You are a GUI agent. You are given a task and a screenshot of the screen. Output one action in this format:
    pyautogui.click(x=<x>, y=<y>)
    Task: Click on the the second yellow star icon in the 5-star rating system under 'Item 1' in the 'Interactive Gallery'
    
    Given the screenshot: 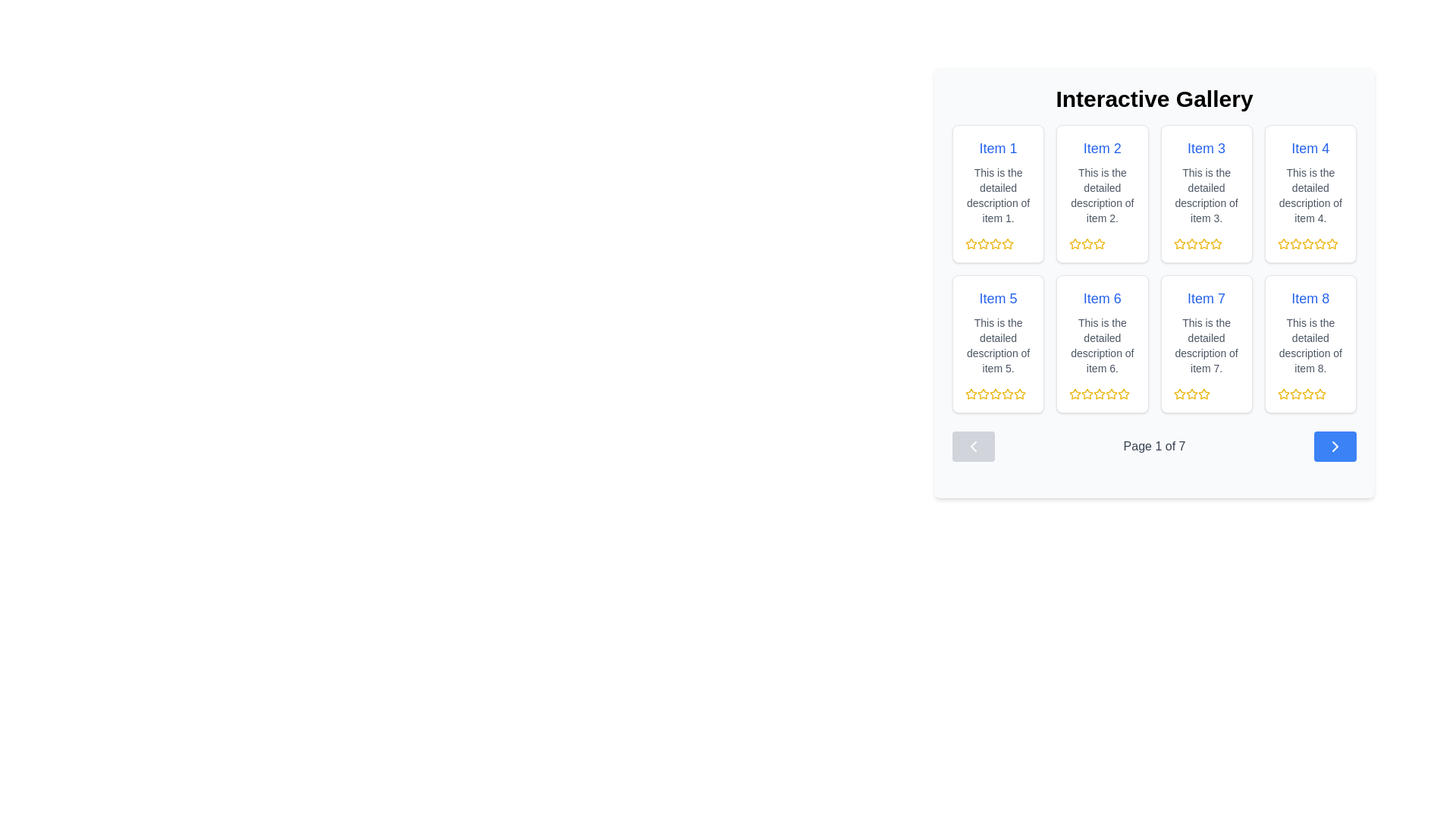 What is the action you would take?
    pyautogui.click(x=983, y=243)
    